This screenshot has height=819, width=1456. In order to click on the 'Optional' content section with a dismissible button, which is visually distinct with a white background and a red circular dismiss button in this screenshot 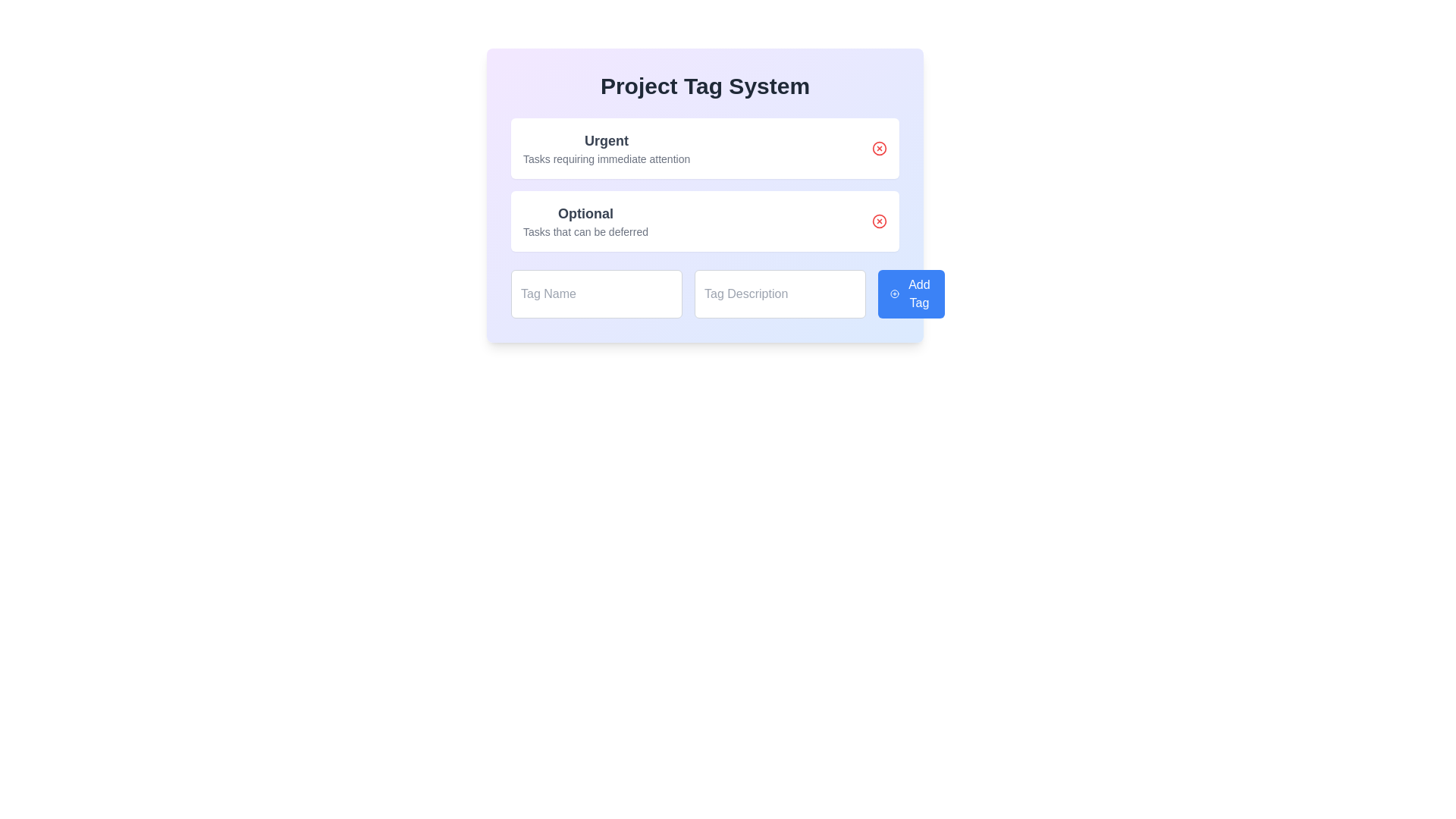, I will do `click(704, 195)`.